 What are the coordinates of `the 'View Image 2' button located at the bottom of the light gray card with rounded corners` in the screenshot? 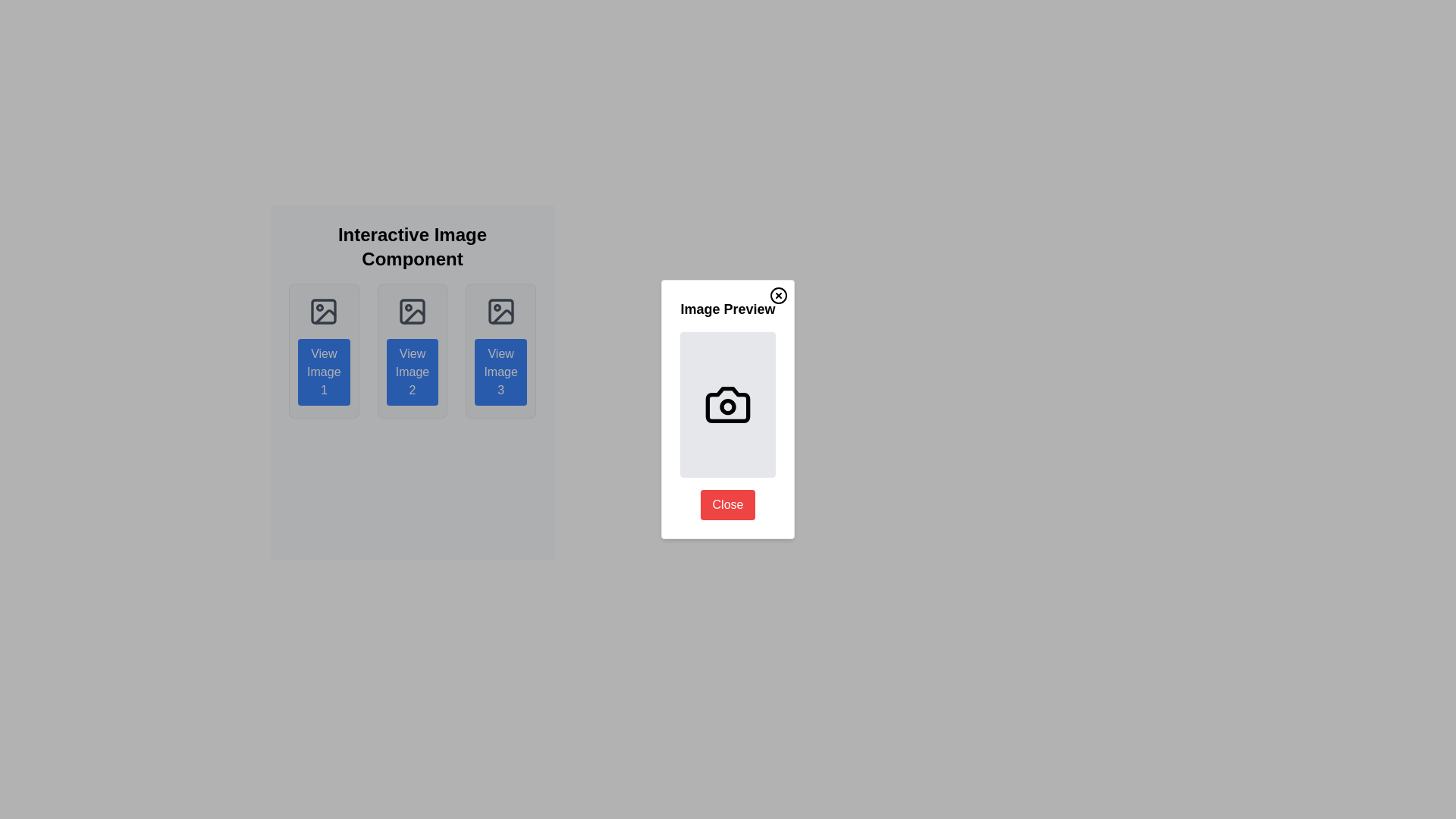 It's located at (412, 350).